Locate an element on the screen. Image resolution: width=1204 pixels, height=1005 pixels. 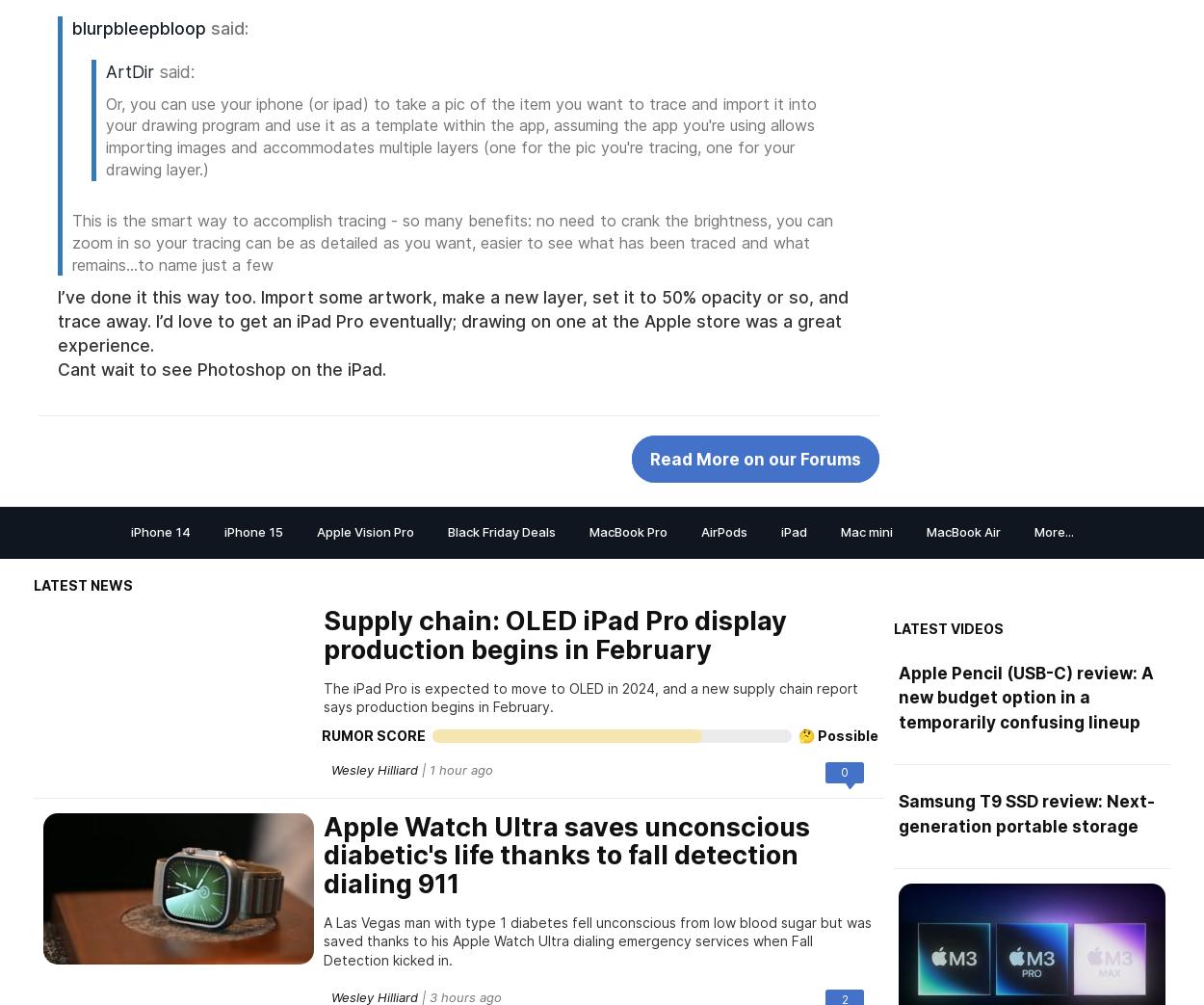
'I’ve done it this way too. Import some artwork, make a new layer, set it to 50% opacity or so, and trace away. I’d love to get an iPad Pro eventually; drawing on one at the Apple store was a great experience.' is located at coordinates (452, 320).